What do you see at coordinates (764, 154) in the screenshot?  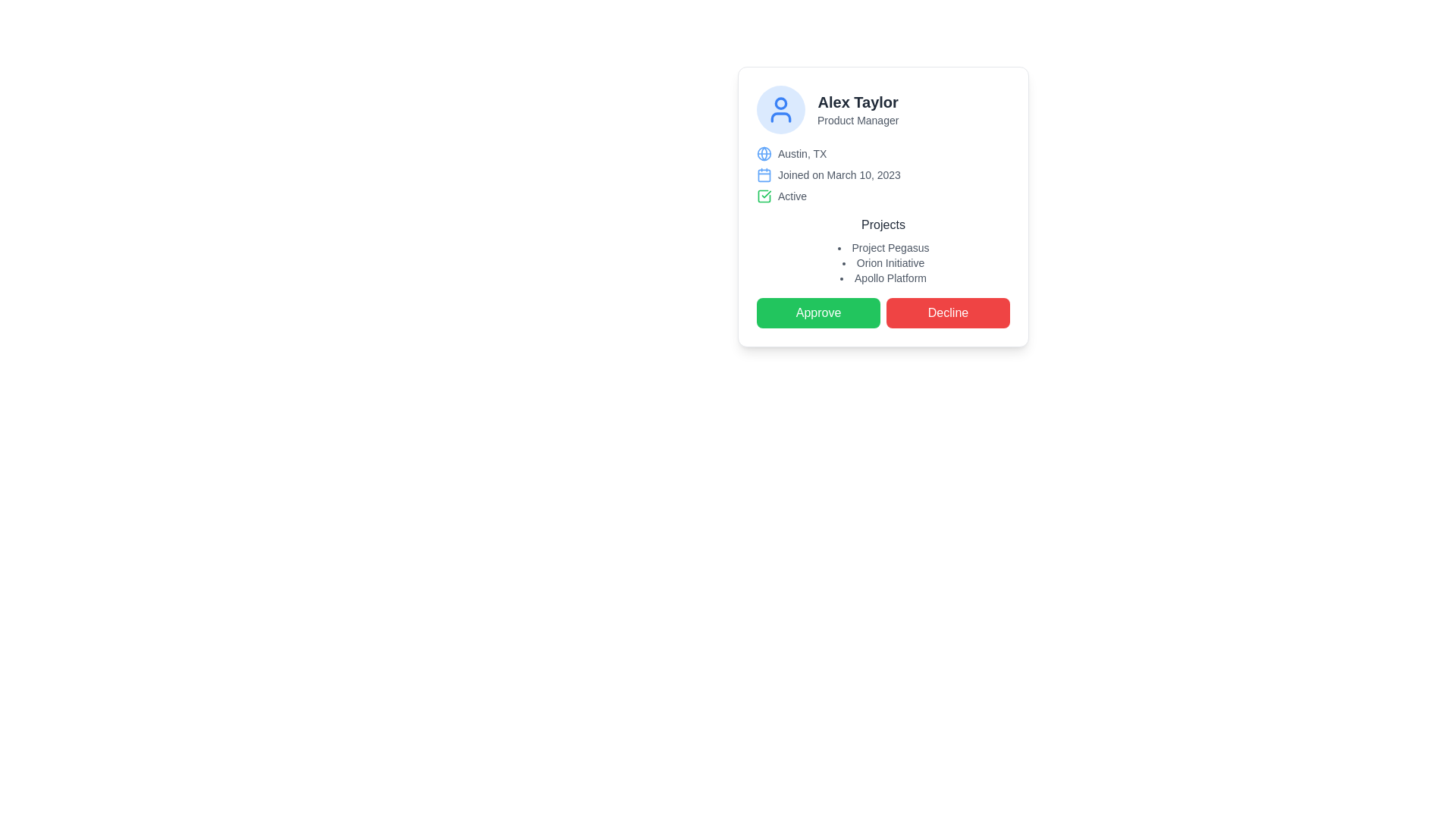 I see `the inner circle of the globe icon located to the left of the 'Austin, TX' text in the detailed user card` at bounding box center [764, 154].